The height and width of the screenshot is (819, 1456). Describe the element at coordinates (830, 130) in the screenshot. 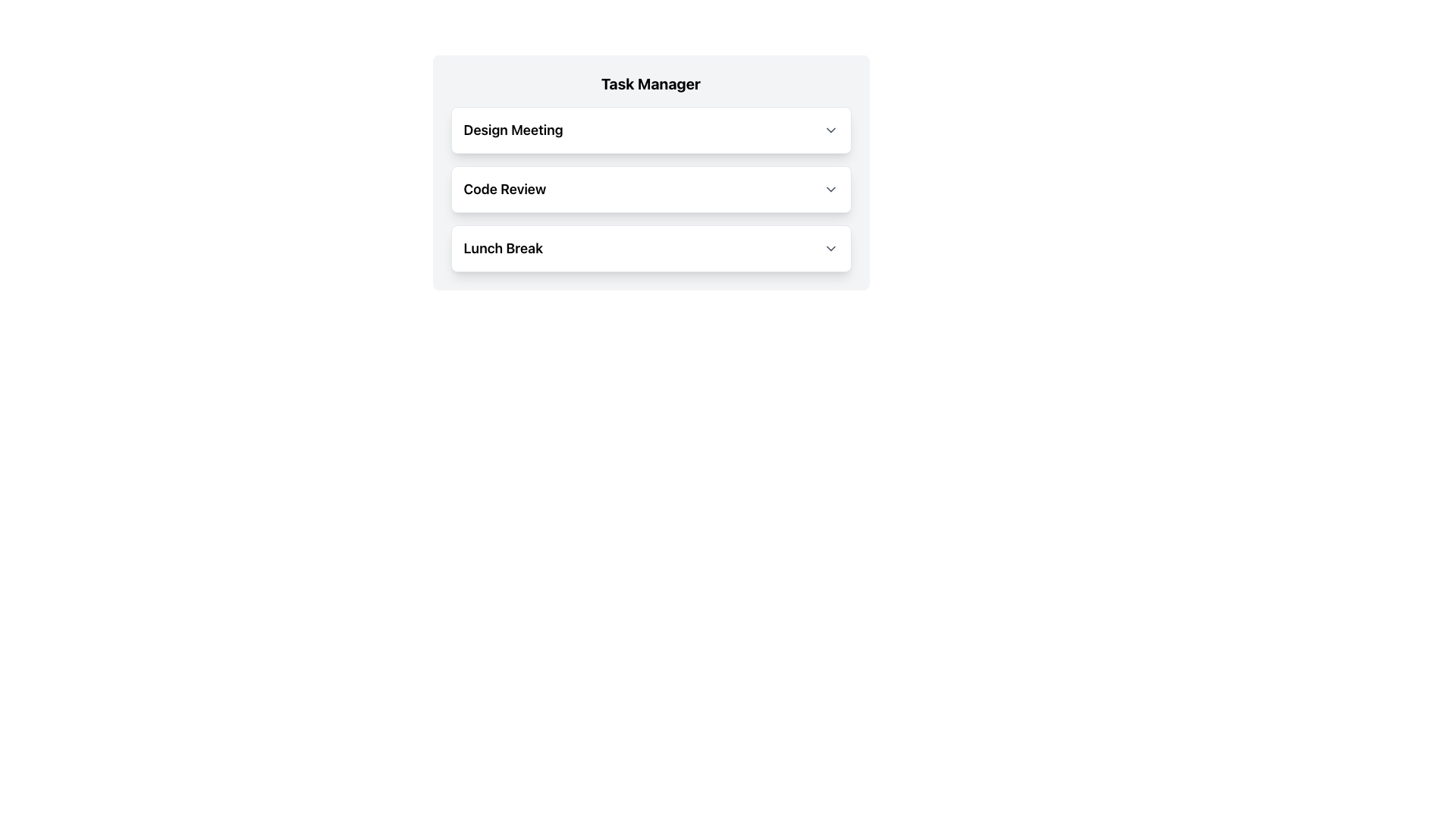

I see `the toggle icon button located to the far right of the 'Design Meeting' entry` at that location.